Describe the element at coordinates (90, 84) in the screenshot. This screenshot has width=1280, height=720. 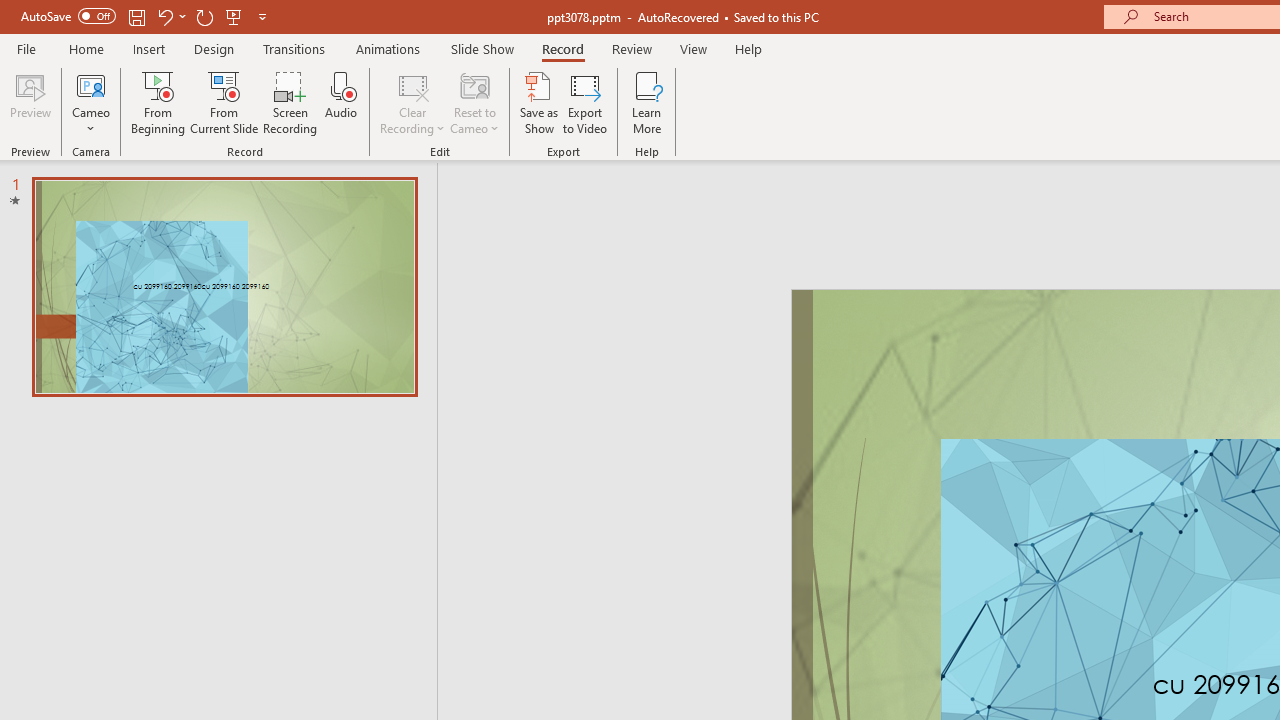
I see `'Cameo'` at that location.